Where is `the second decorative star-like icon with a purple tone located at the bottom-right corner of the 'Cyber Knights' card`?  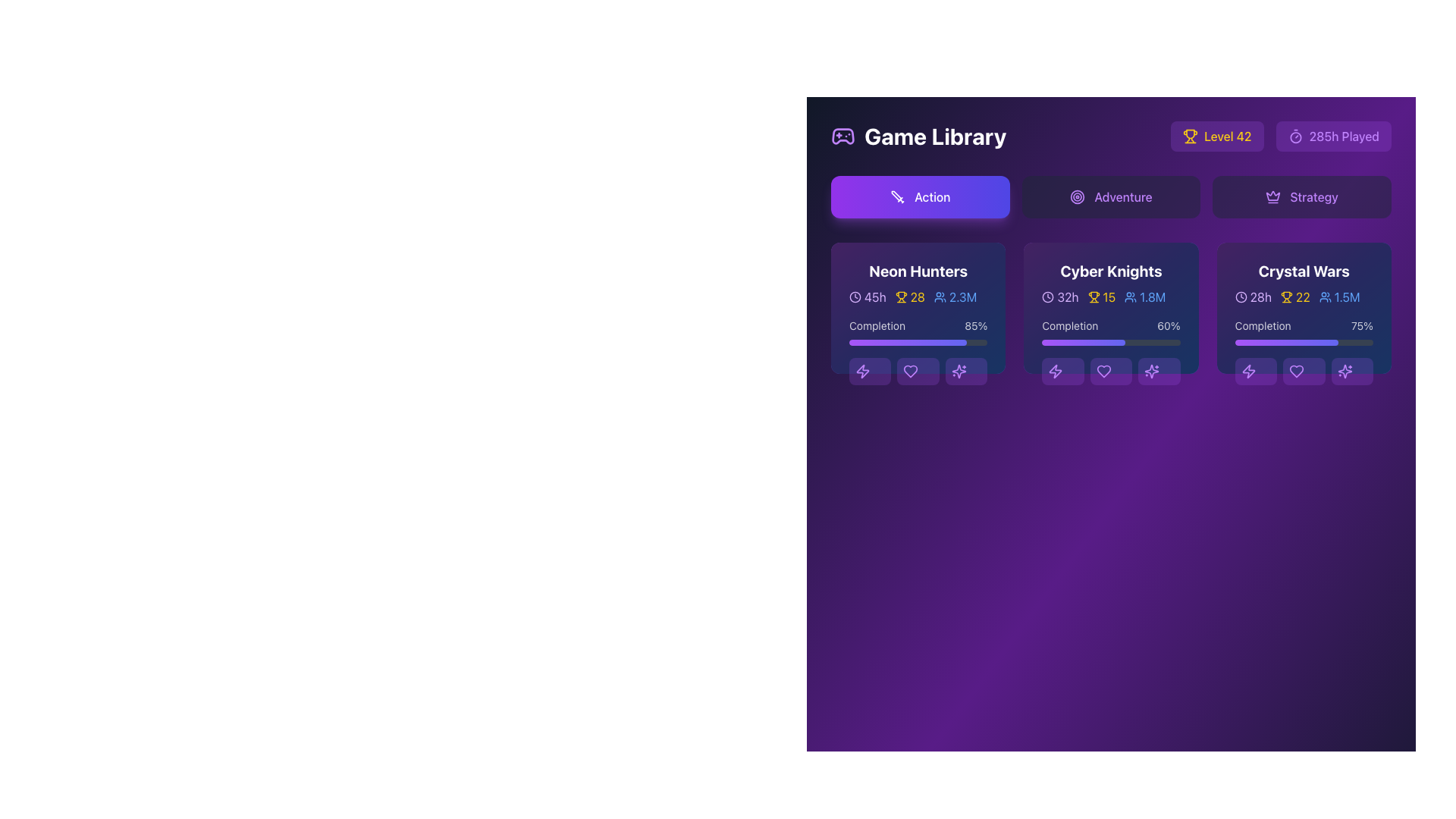
the second decorative star-like icon with a purple tone located at the bottom-right corner of the 'Cyber Knights' card is located at coordinates (1152, 371).